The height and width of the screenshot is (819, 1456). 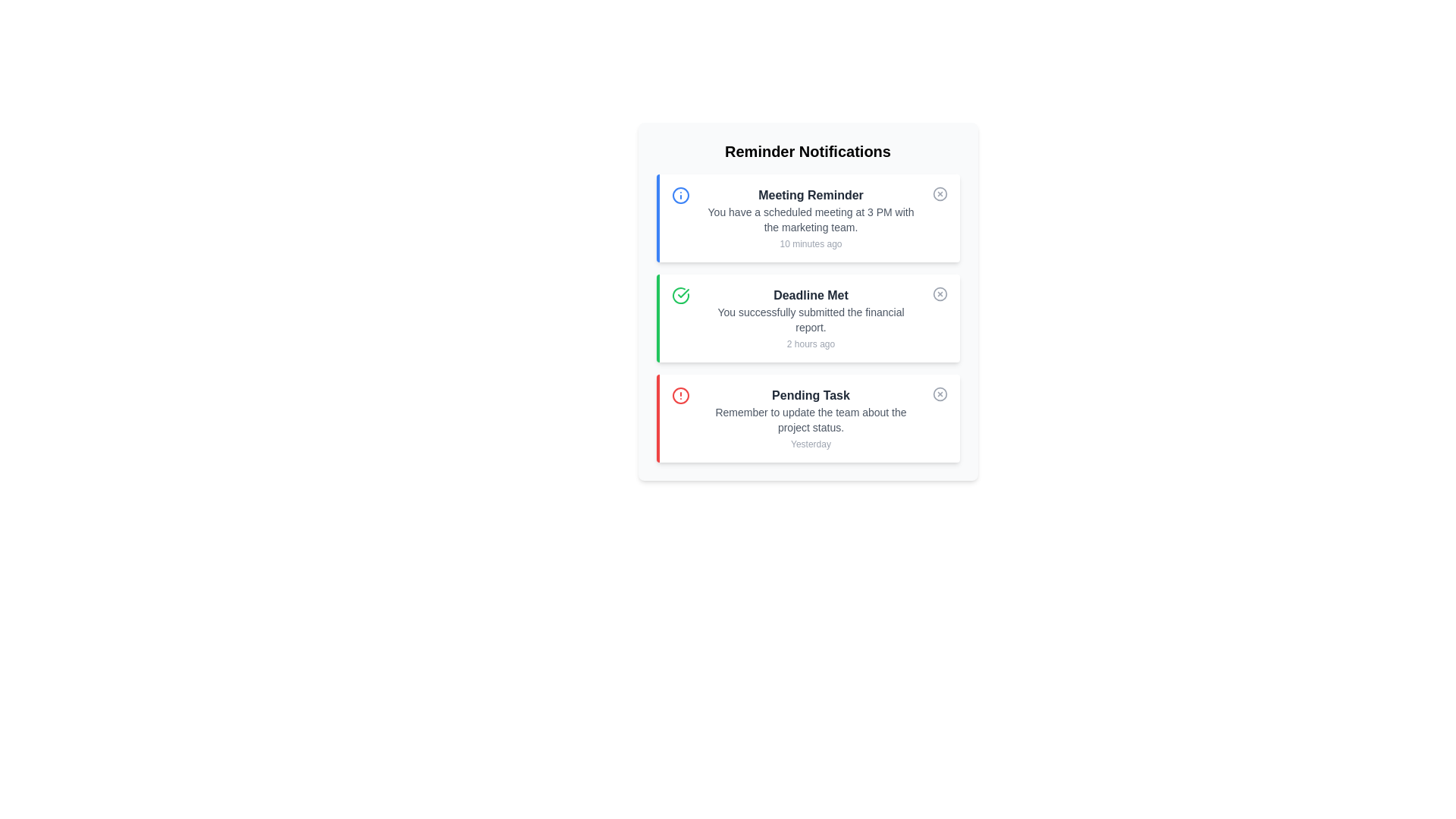 I want to click on the small gray text element that reads '2 hours ago', located below the primary notification content in the 'Deadline Met' card, so click(x=810, y=344).